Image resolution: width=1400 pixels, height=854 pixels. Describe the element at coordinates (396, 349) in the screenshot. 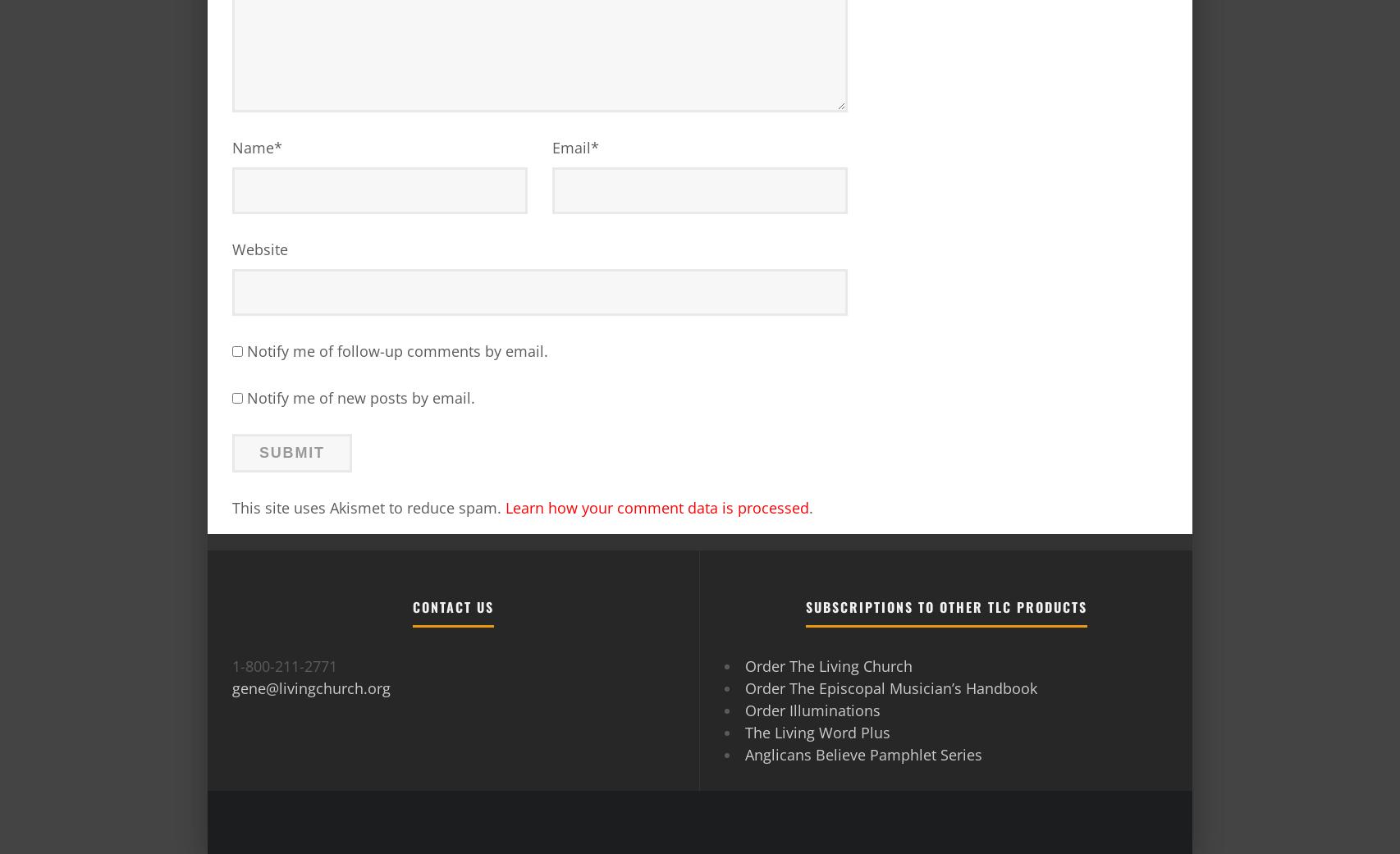

I see `'Notify me of follow-up comments by email.'` at that location.